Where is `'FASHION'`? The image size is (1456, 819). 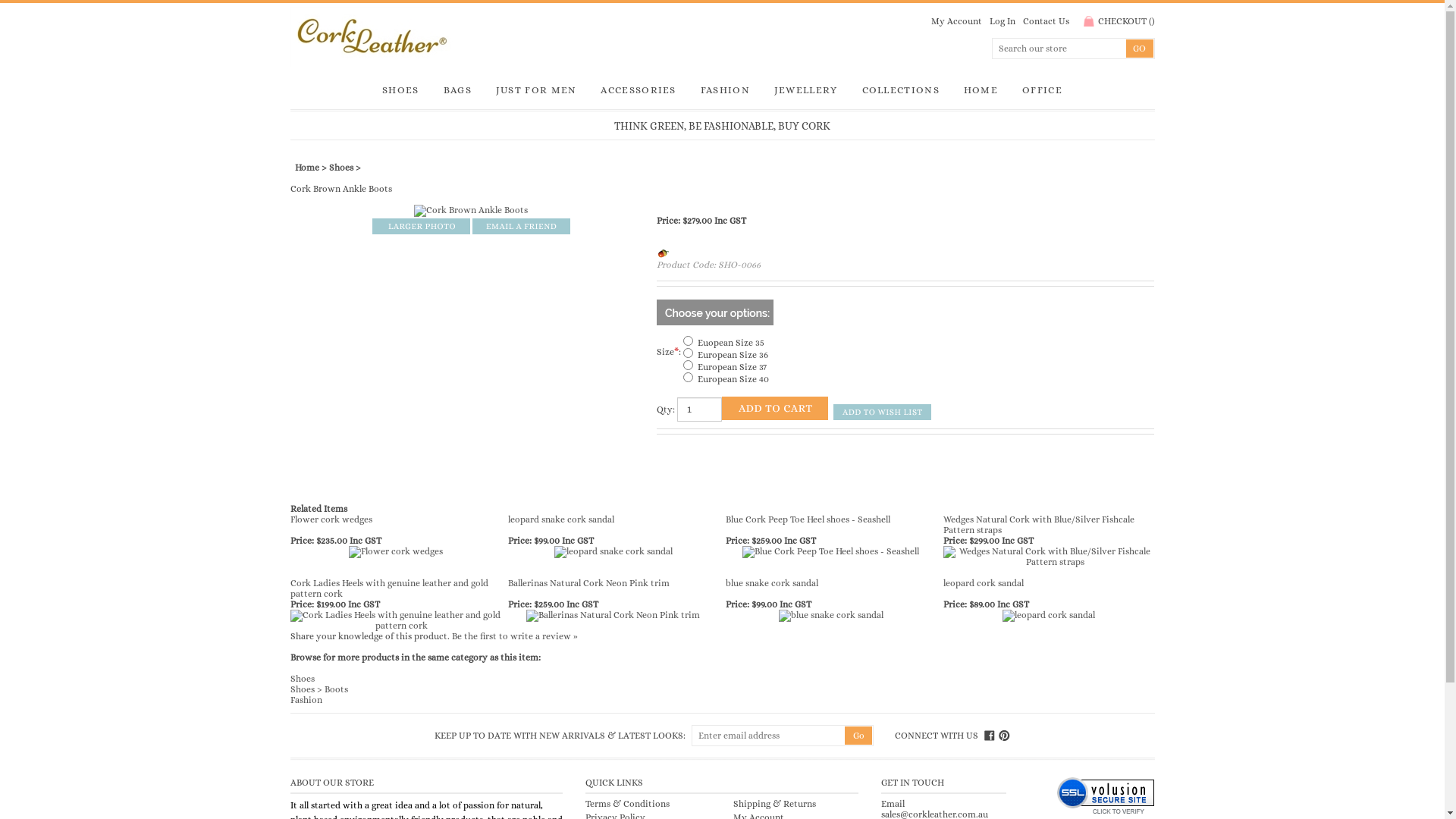 'FASHION' is located at coordinates (724, 90).